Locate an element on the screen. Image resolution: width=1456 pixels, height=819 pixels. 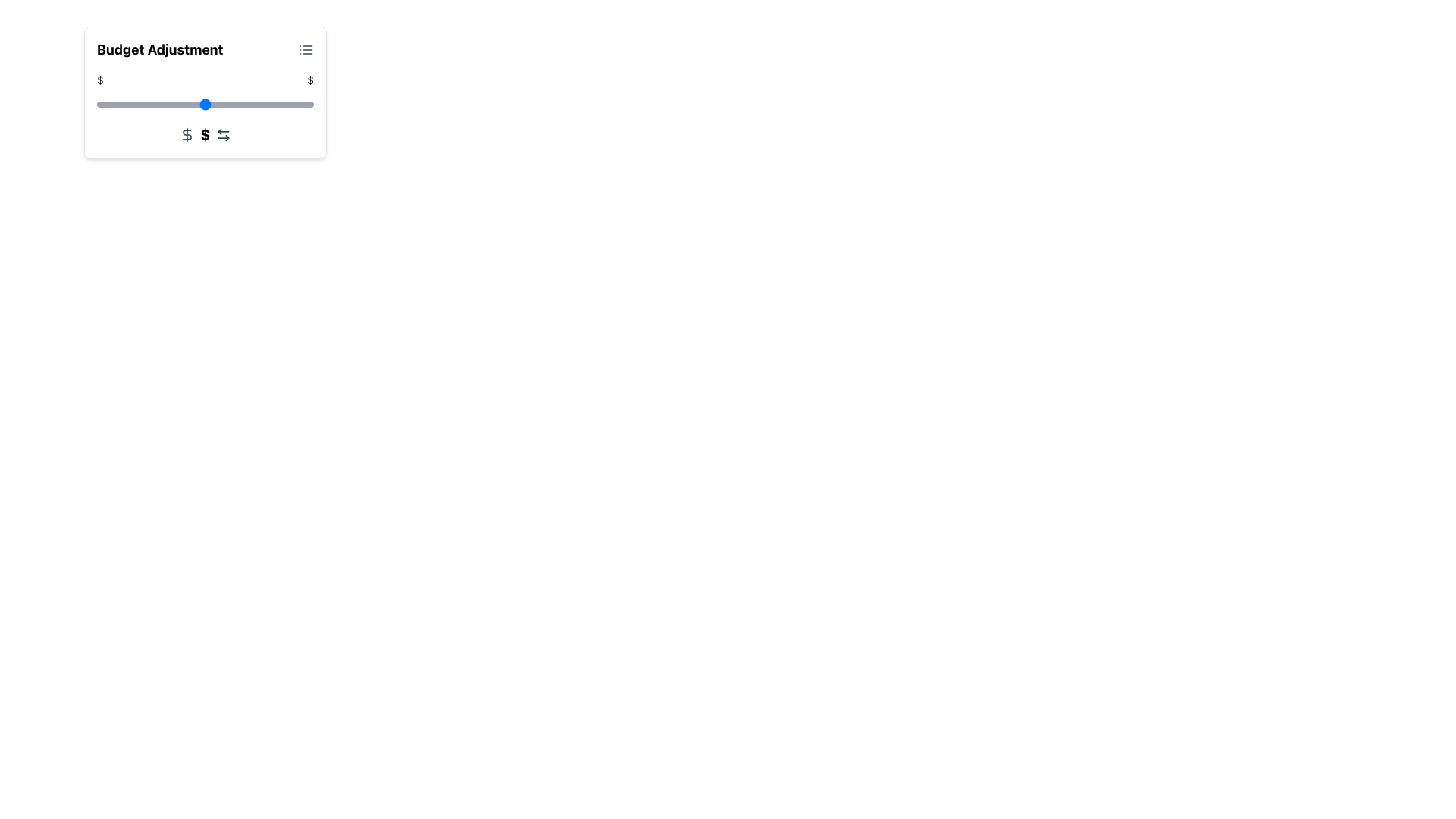
the budget adjustment slider is located at coordinates (155, 104).